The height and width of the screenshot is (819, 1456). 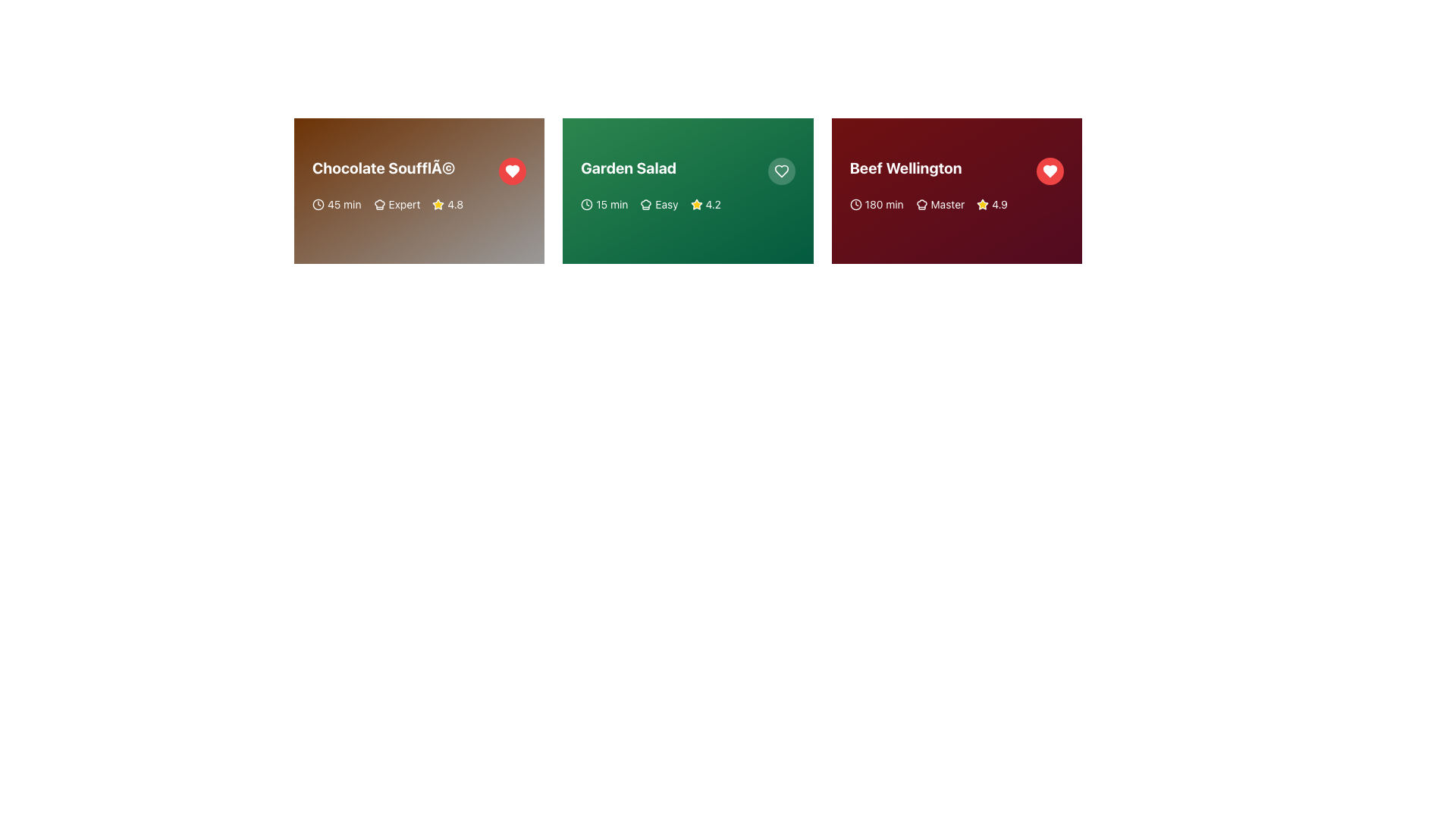 I want to click on the SVG circle element that serves as the circular base of the clock icon within the 'Chocolate Soufflé' card, so click(x=318, y=205).